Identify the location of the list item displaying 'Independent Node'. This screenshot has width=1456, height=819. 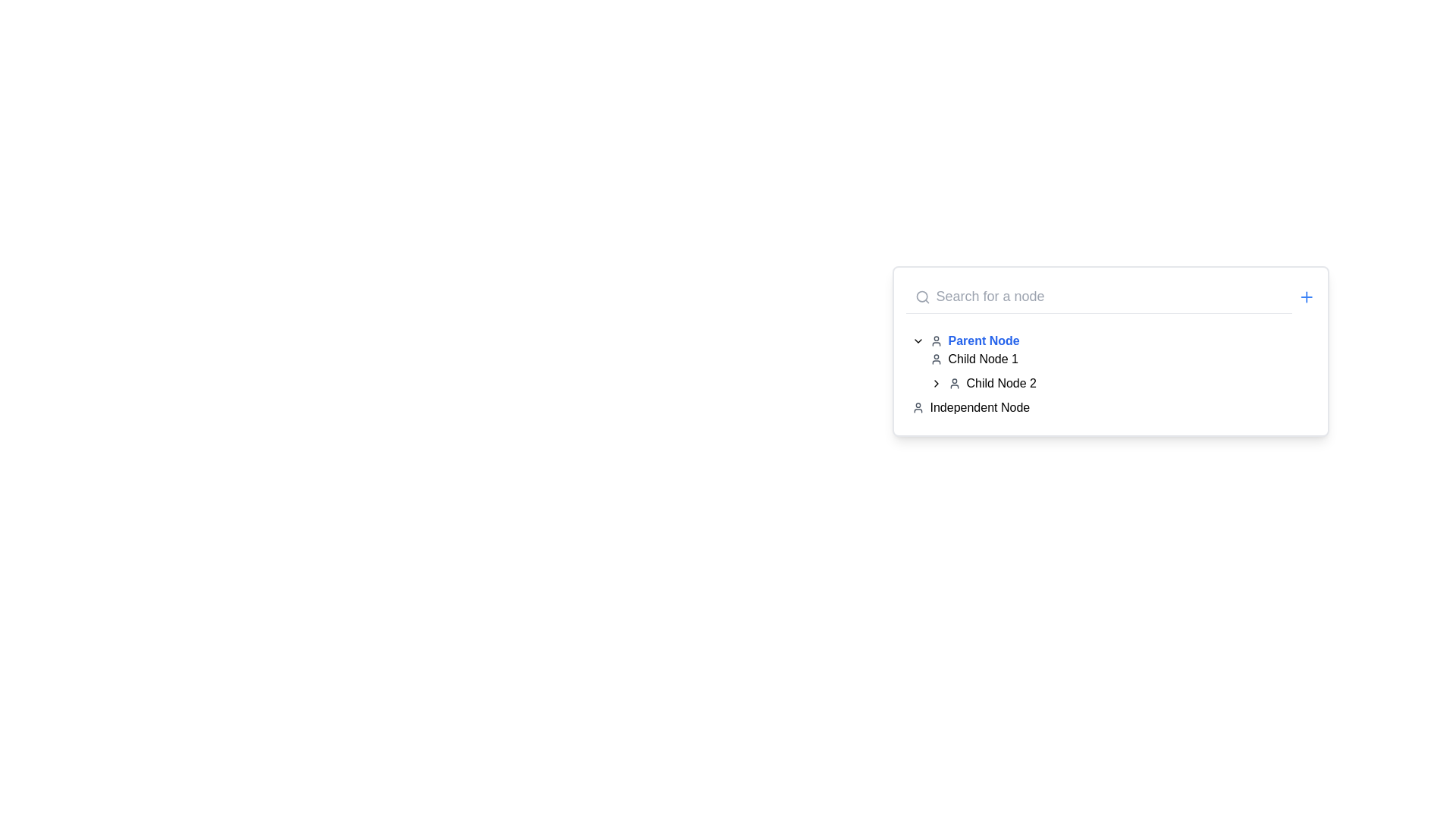
(980, 406).